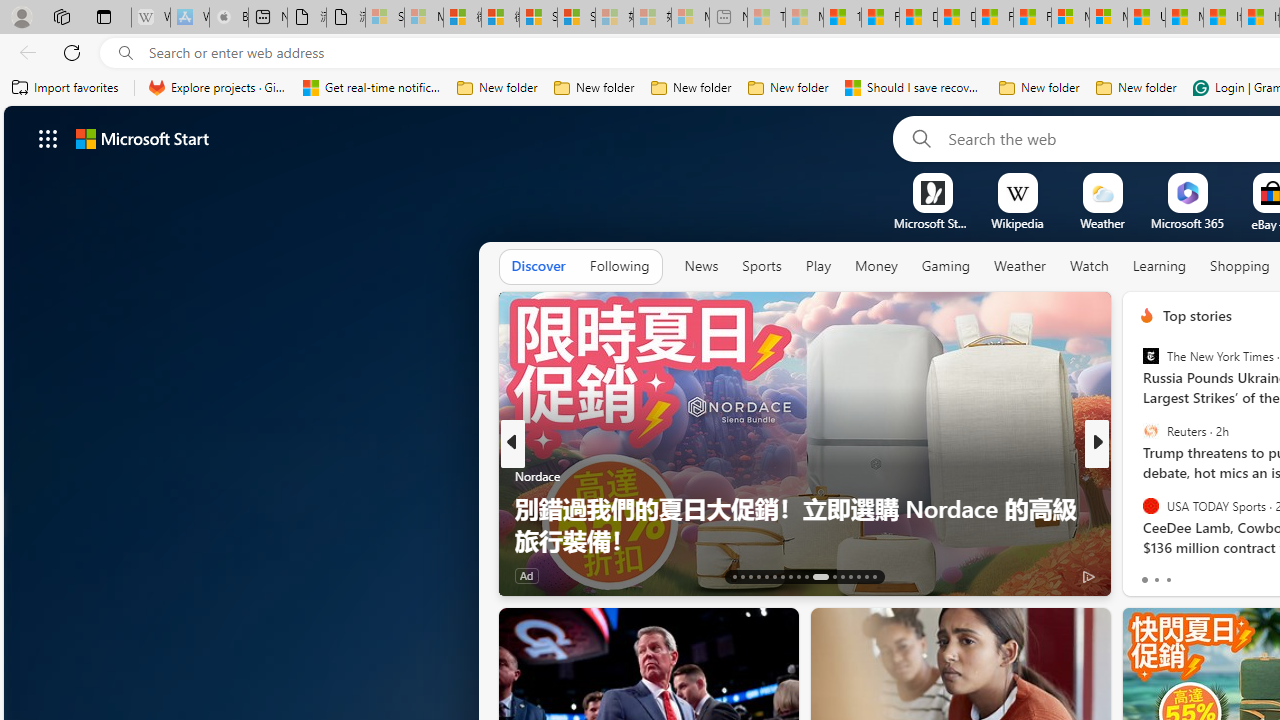  What do you see at coordinates (1152, 575) in the screenshot?
I see `'255 Like'` at bounding box center [1152, 575].